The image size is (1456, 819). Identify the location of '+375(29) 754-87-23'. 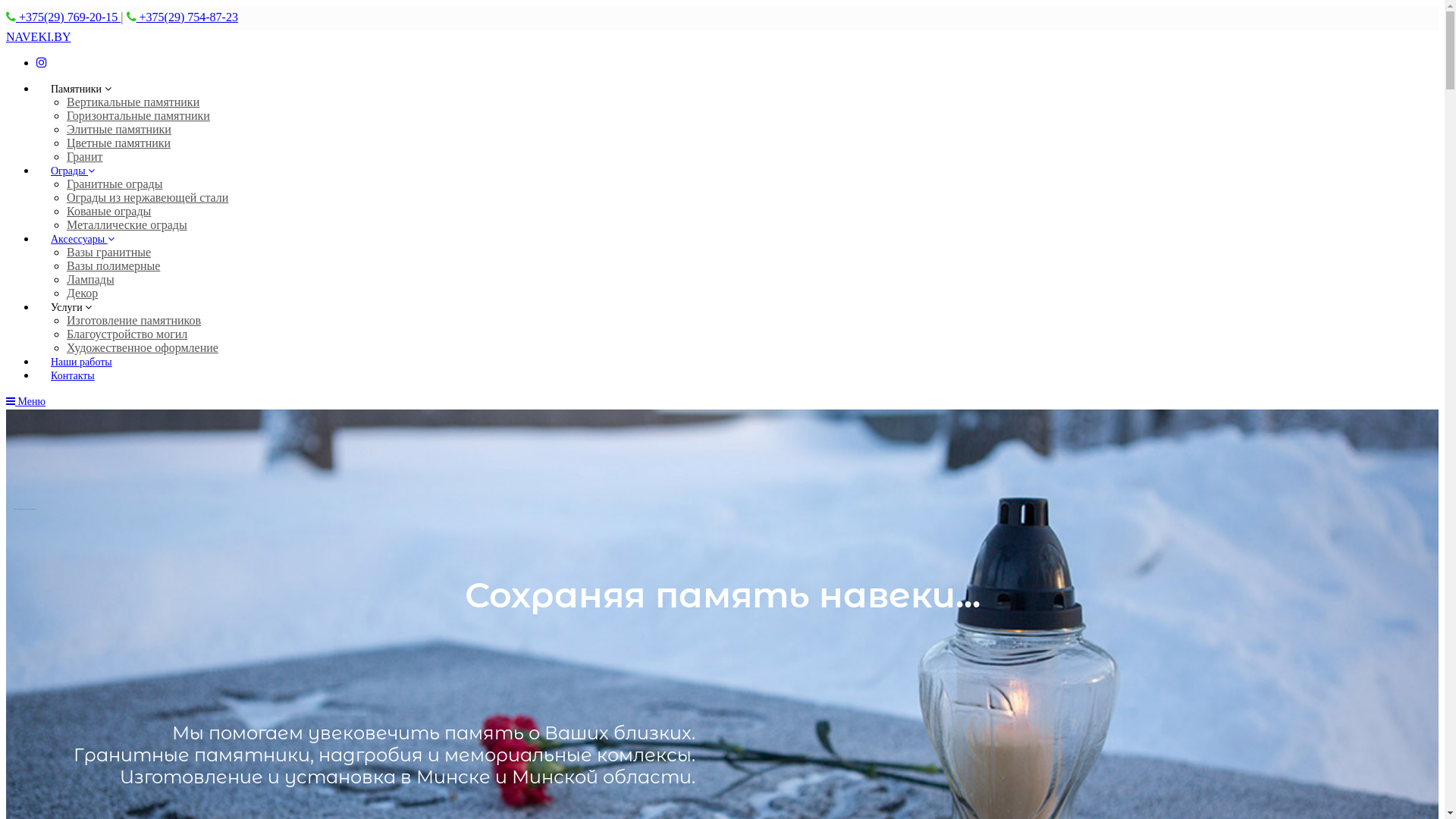
(136, 17).